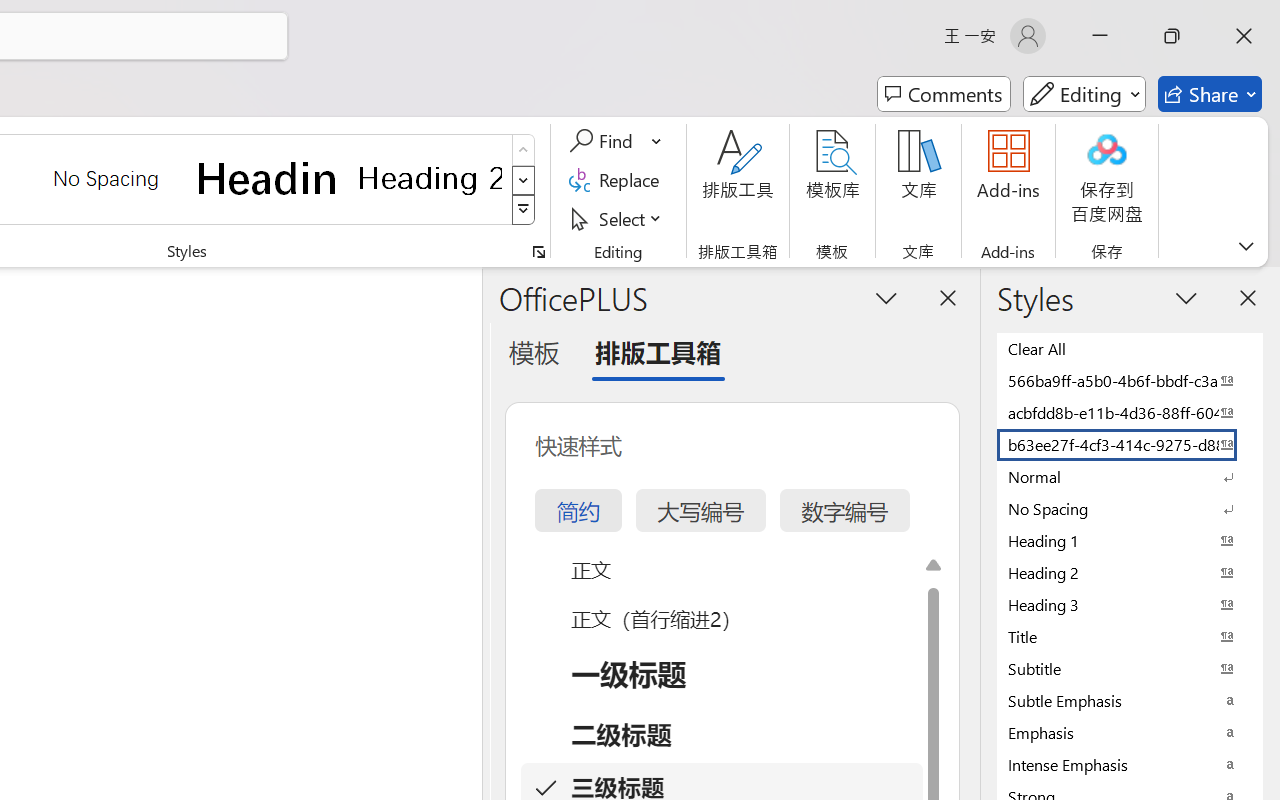  Describe the element at coordinates (1130, 476) in the screenshot. I see `'Normal'` at that location.